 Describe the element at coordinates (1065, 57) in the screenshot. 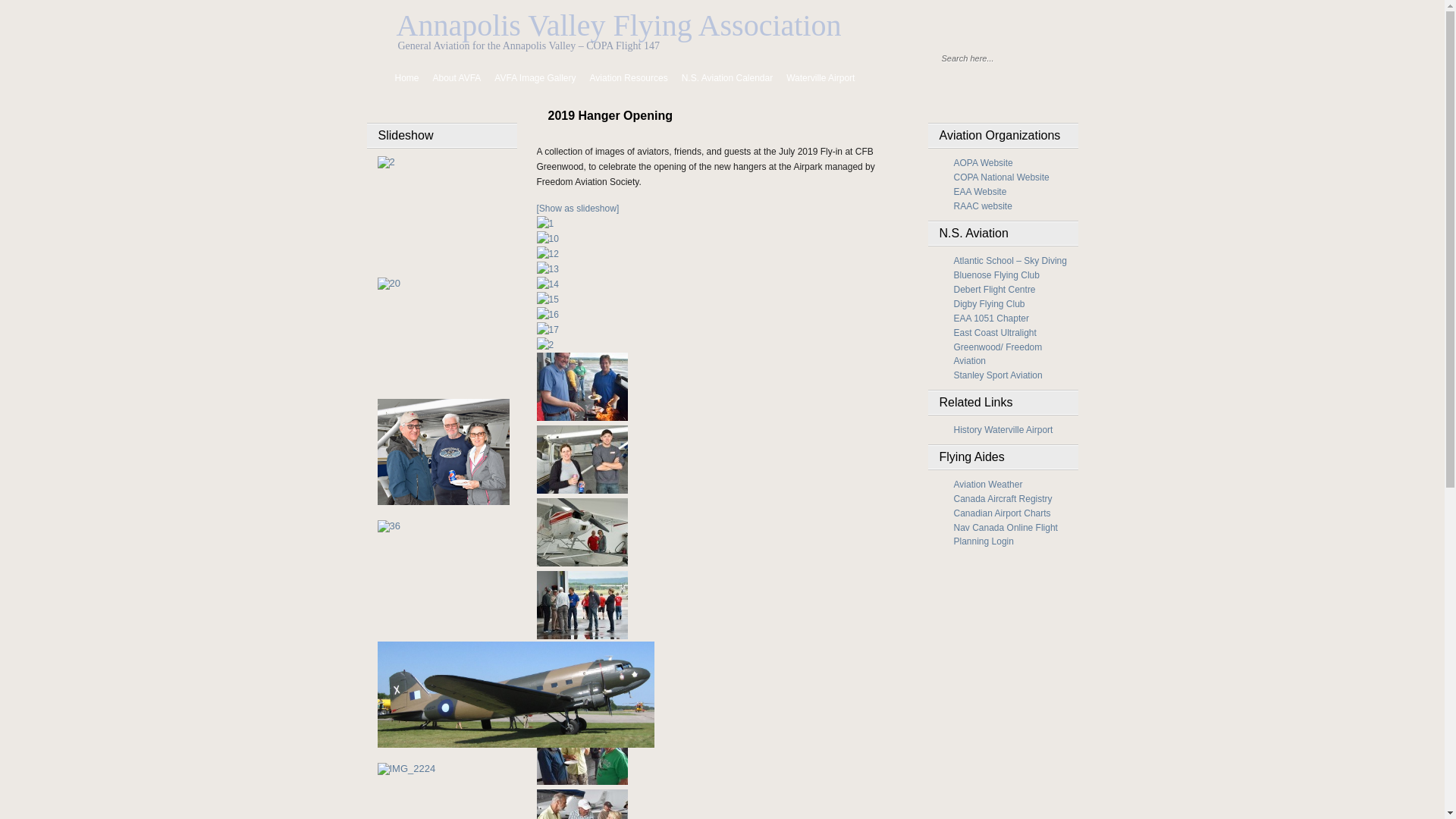

I see `'Find'` at that location.